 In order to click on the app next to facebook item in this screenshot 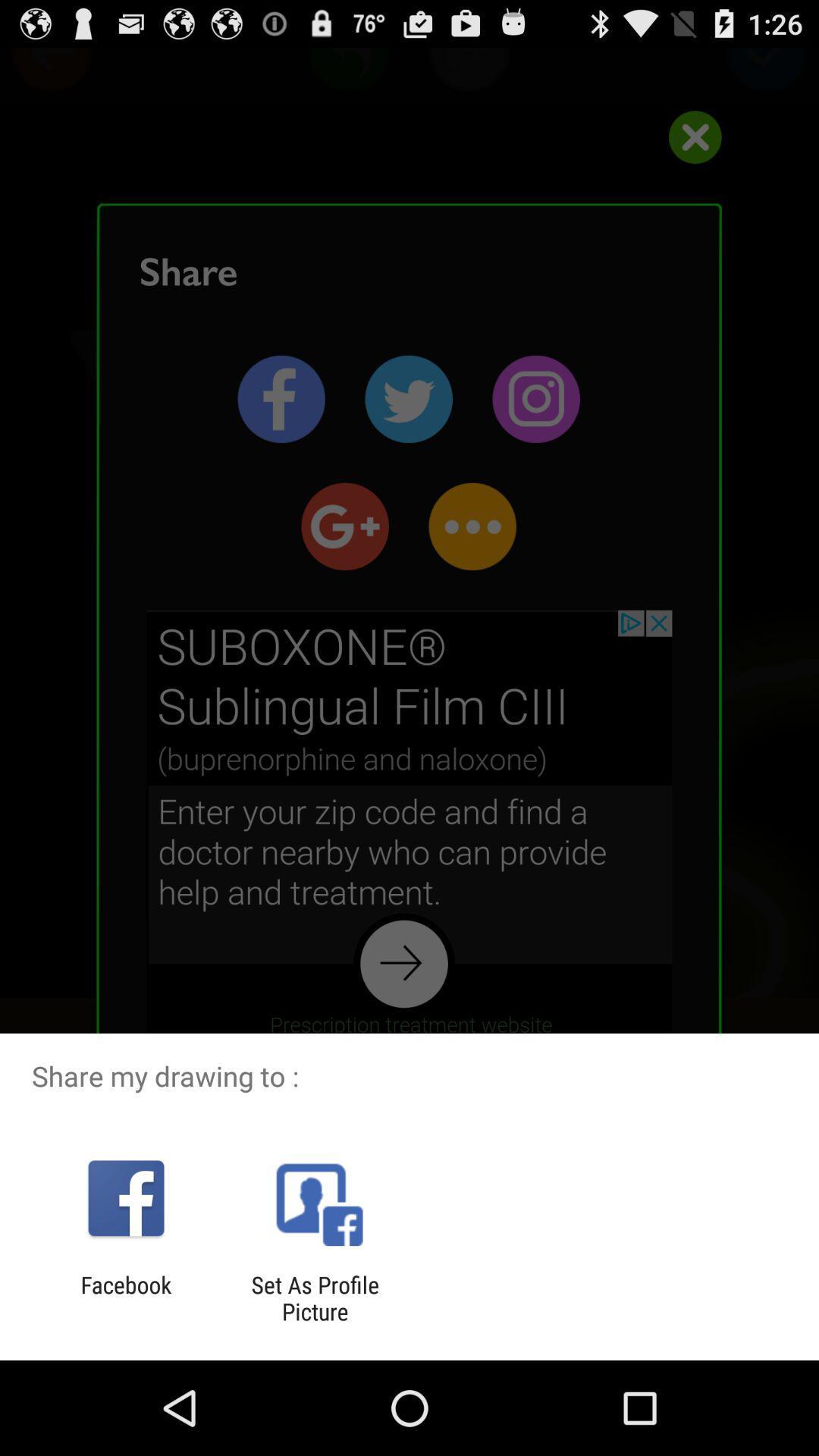, I will do `click(314, 1298)`.